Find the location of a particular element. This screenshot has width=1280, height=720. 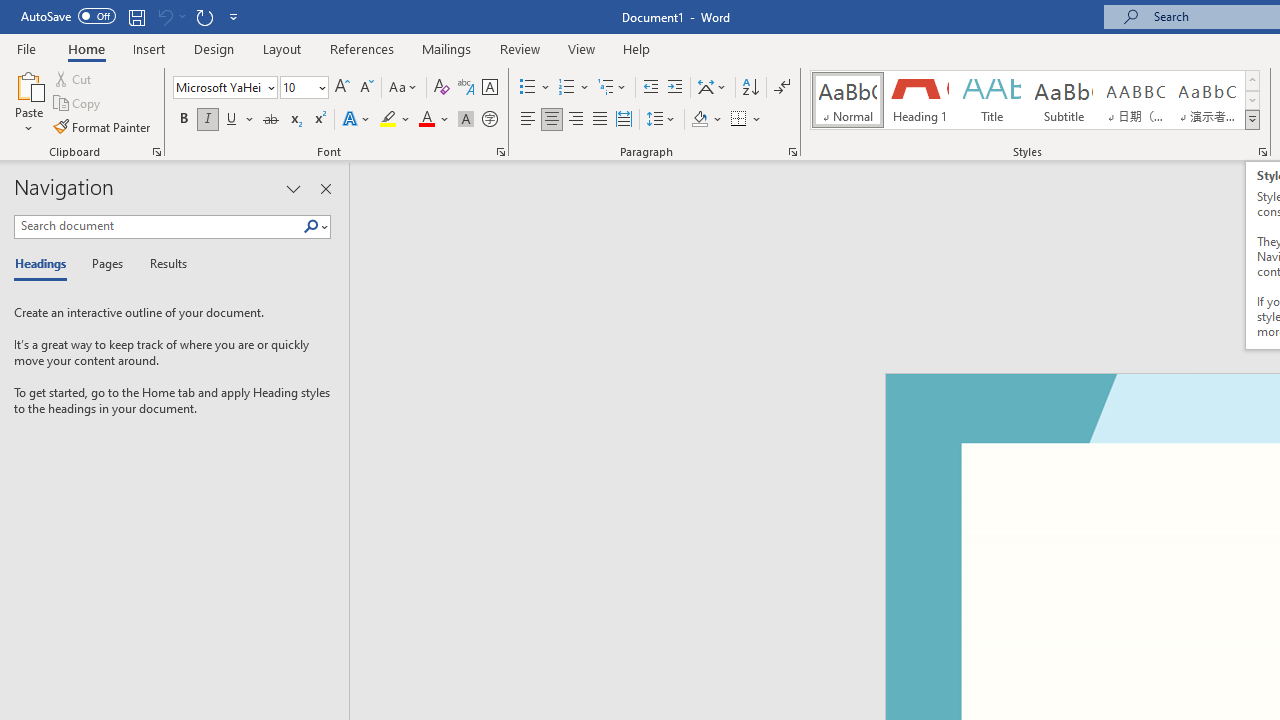

'Repeat Doc Close' is located at coordinates (204, 16).